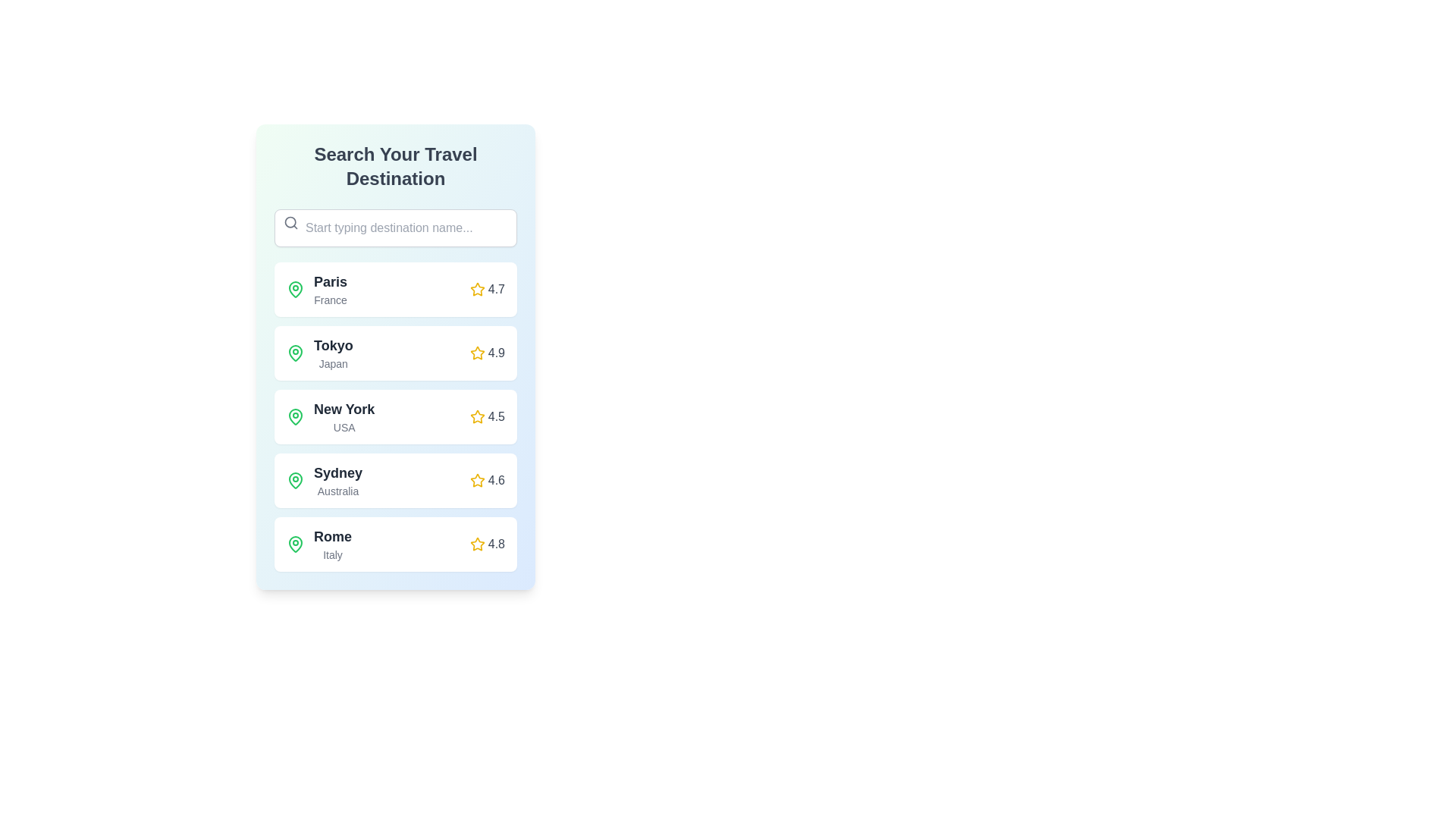 Image resolution: width=1456 pixels, height=819 pixels. Describe the element at coordinates (332, 363) in the screenshot. I see `the text label displaying 'Japan', which is styled in gray and located below the label 'Tokyo' and to the left of the rating value '4.9' within the card labeled 'Tokyo Japan'` at that location.